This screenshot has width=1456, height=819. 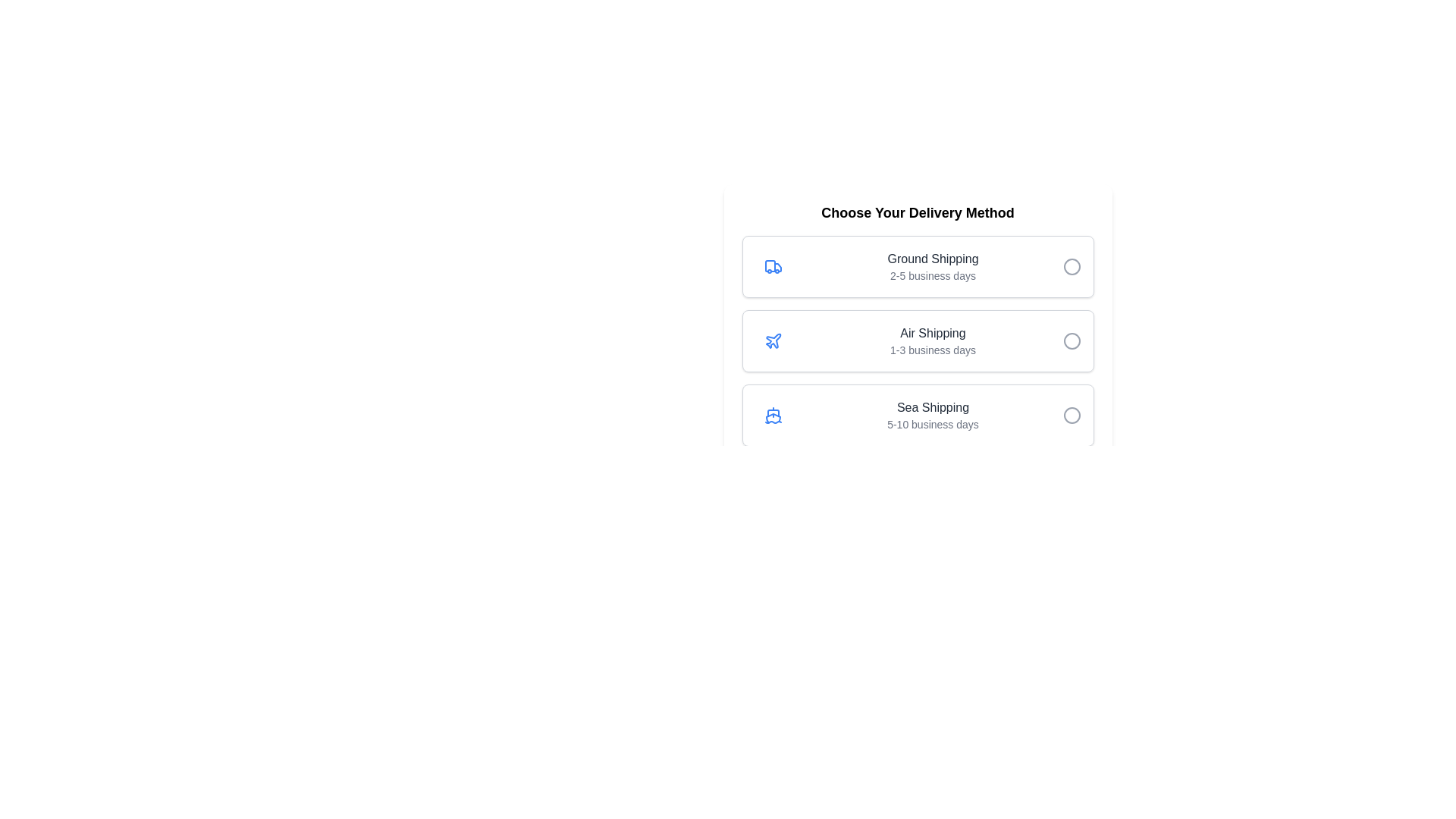 What do you see at coordinates (773, 418) in the screenshot?
I see `the 'Sea Shipping' icon, which is a stylized boat-shaped graphic located at the lower right corner of the icon group` at bounding box center [773, 418].